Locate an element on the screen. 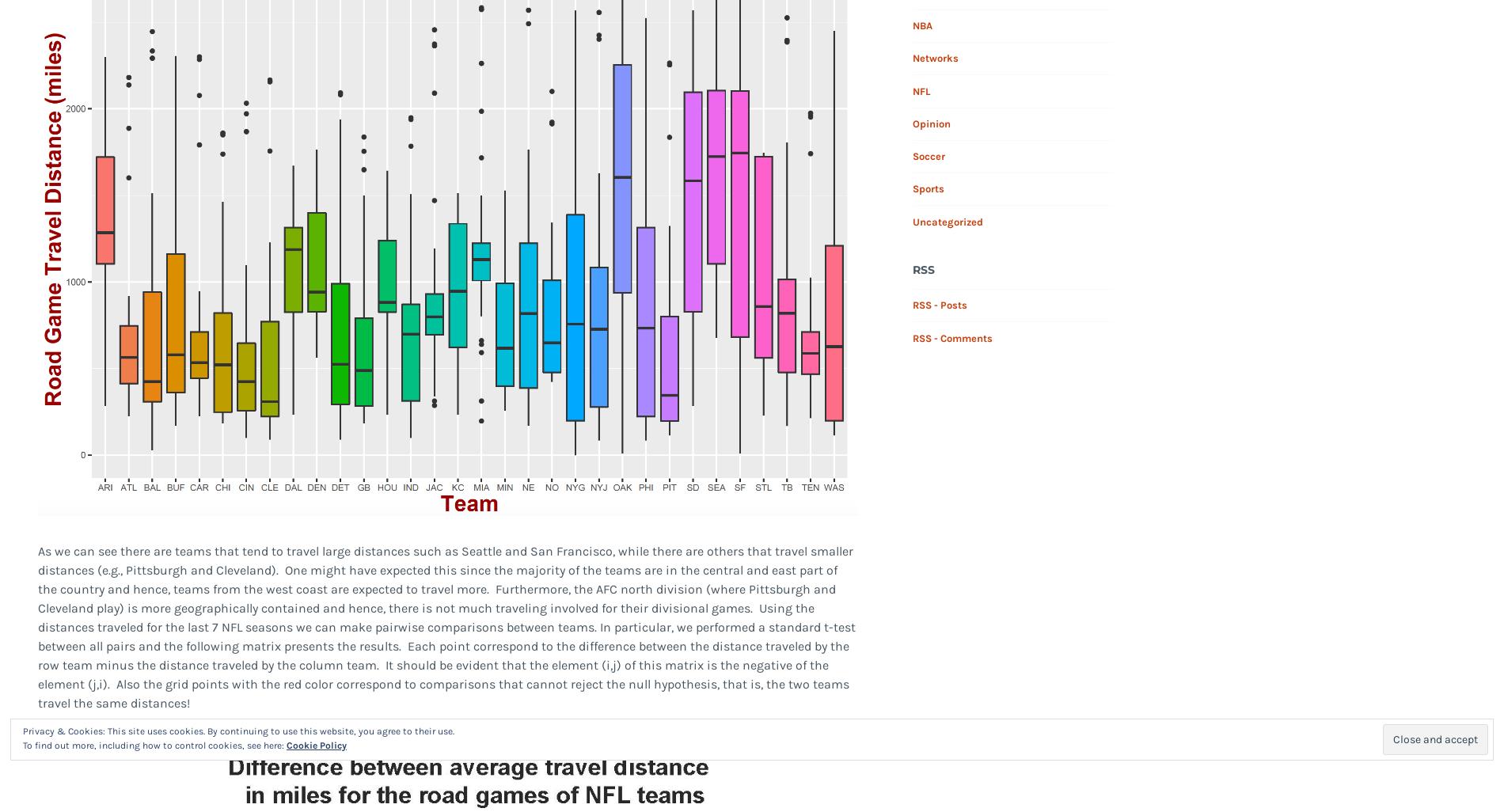  'Cookie Policy' is located at coordinates (285, 745).